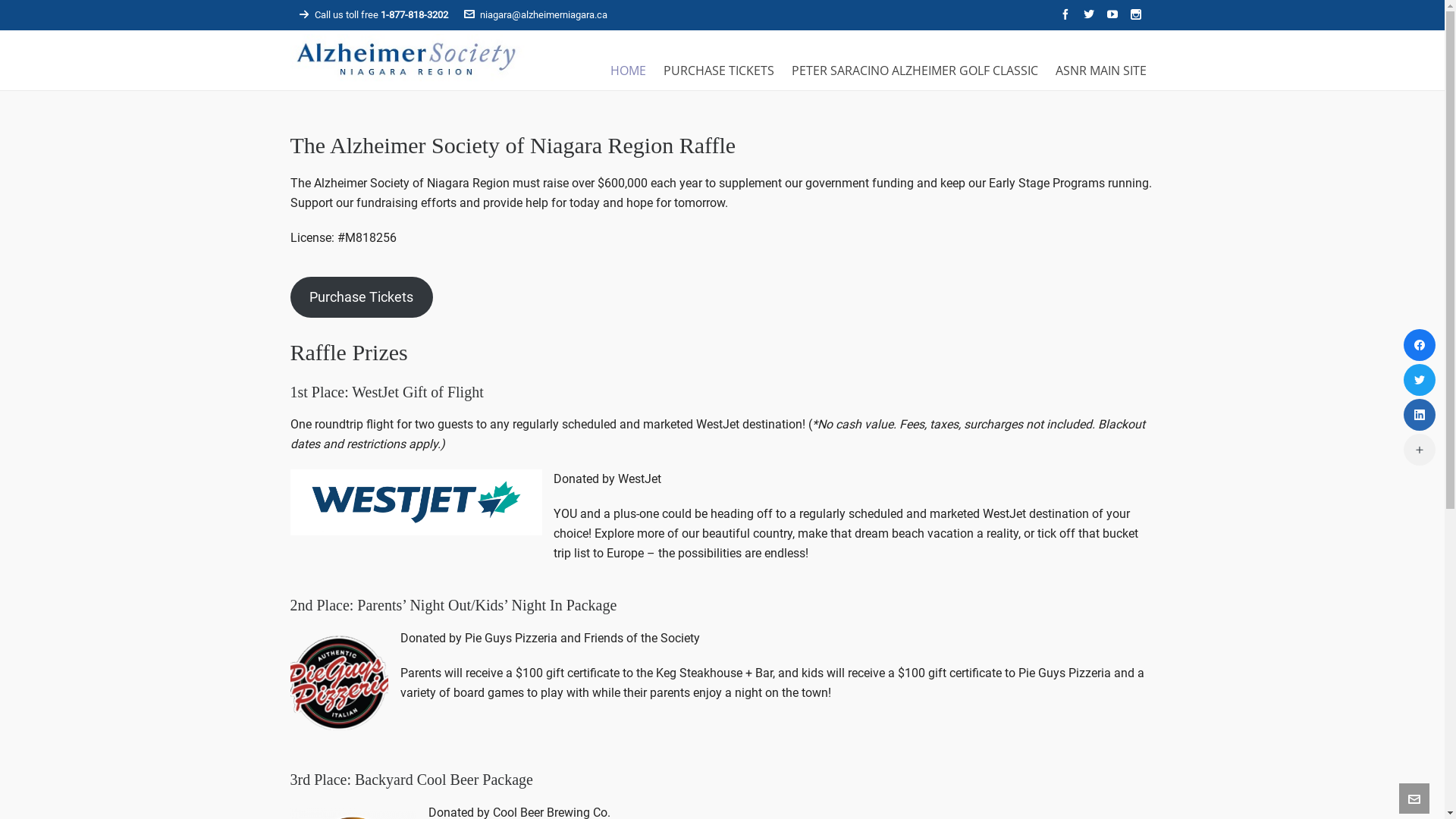  Describe the element at coordinates (655, 67) in the screenshot. I see `'PURCHASE TICKETS'` at that location.